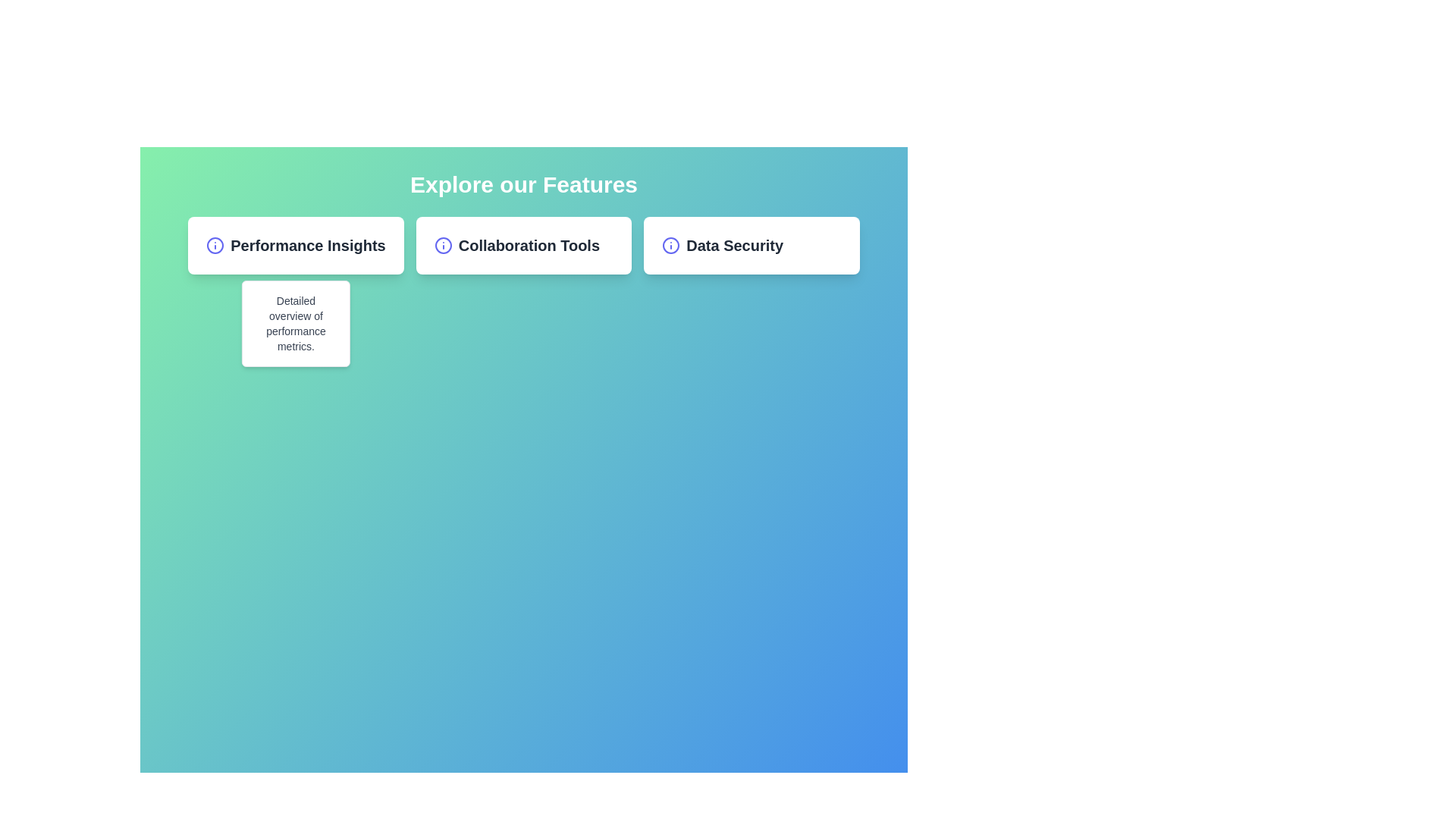  What do you see at coordinates (529, 245) in the screenshot?
I see `the static text label that reads 'Collaboration Tools', which is styled with a bold and large font and located in the middle of three horizontally aligned cards beneath the heading 'Explore our Features'` at bounding box center [529, 245].